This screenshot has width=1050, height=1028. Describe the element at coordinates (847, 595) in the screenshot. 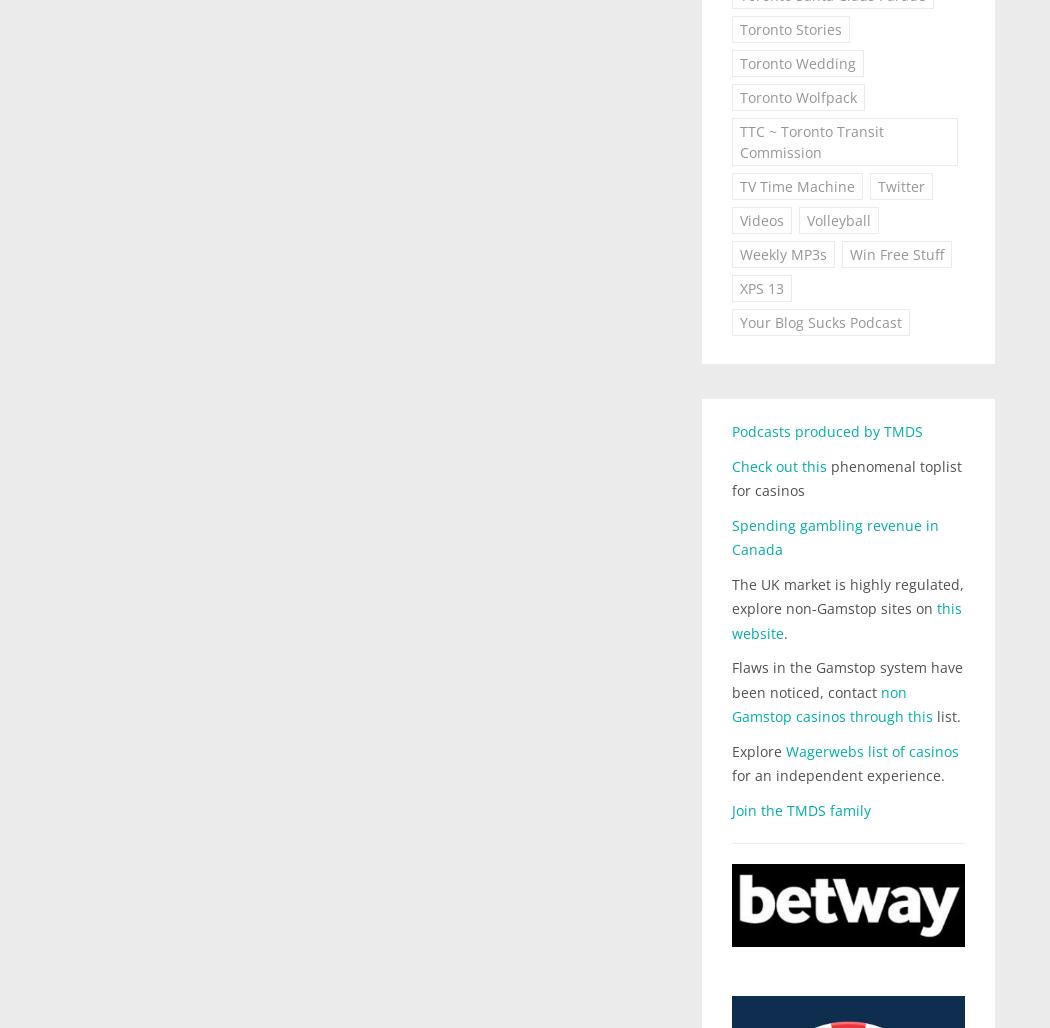

I see `'The UK market is highly regulated, explore non-Gamstop sites on'` at that location.